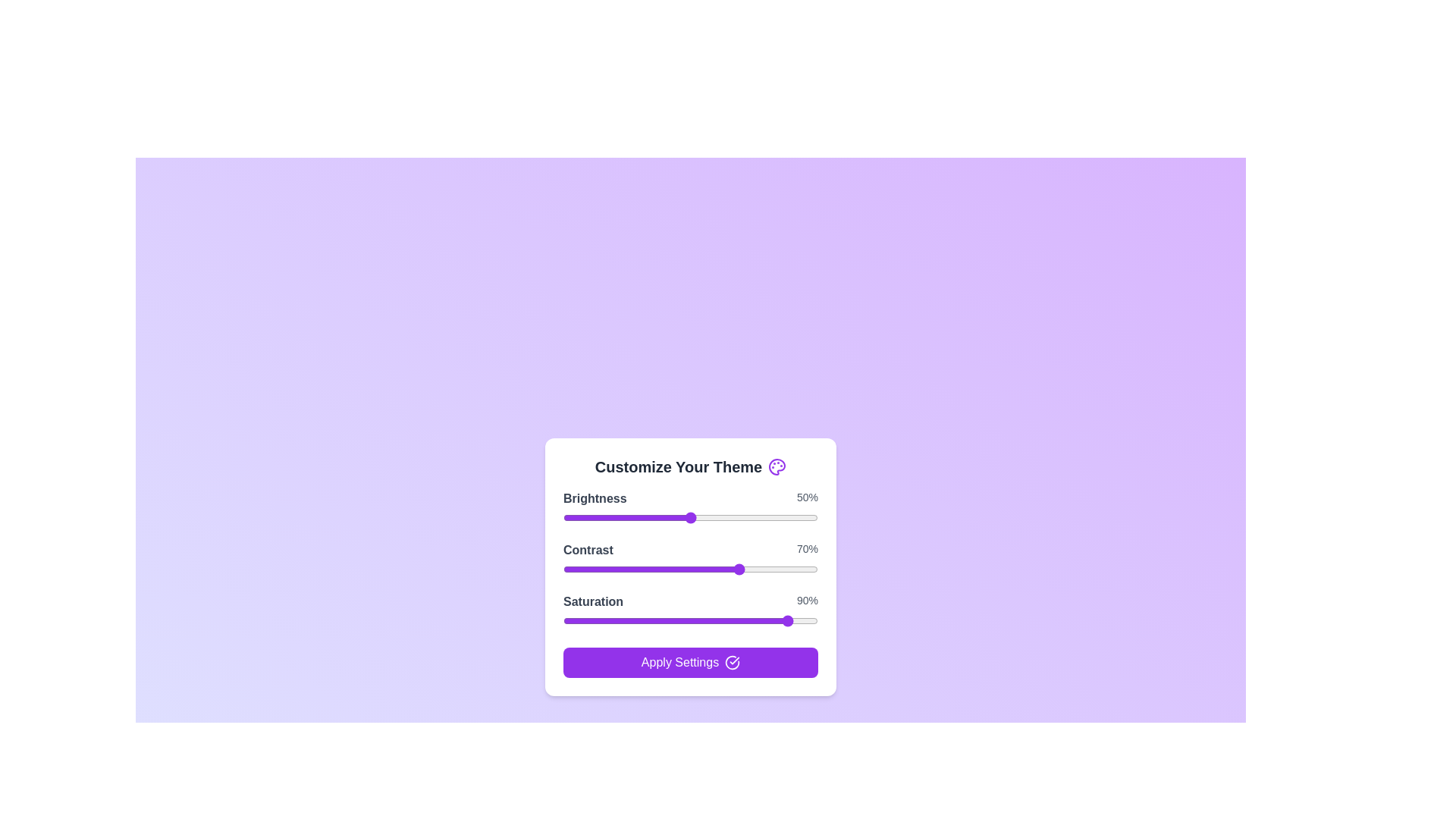  Describe the element at coordinates (764, 516) in the screenshot. I see `the brightness slider to 79%` at that location.